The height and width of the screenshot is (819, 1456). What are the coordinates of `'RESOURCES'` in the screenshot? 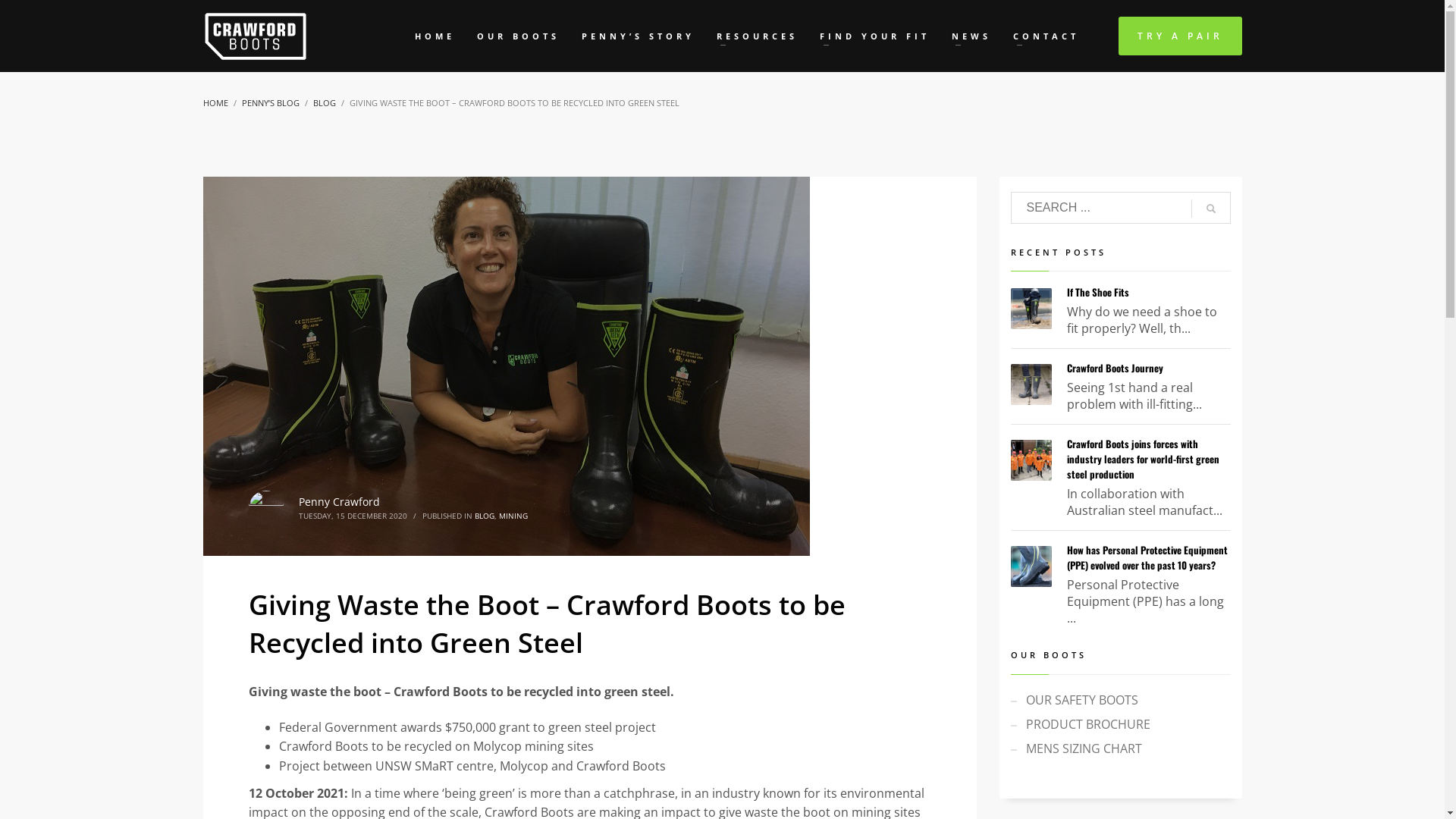 It's located at (756, 34).